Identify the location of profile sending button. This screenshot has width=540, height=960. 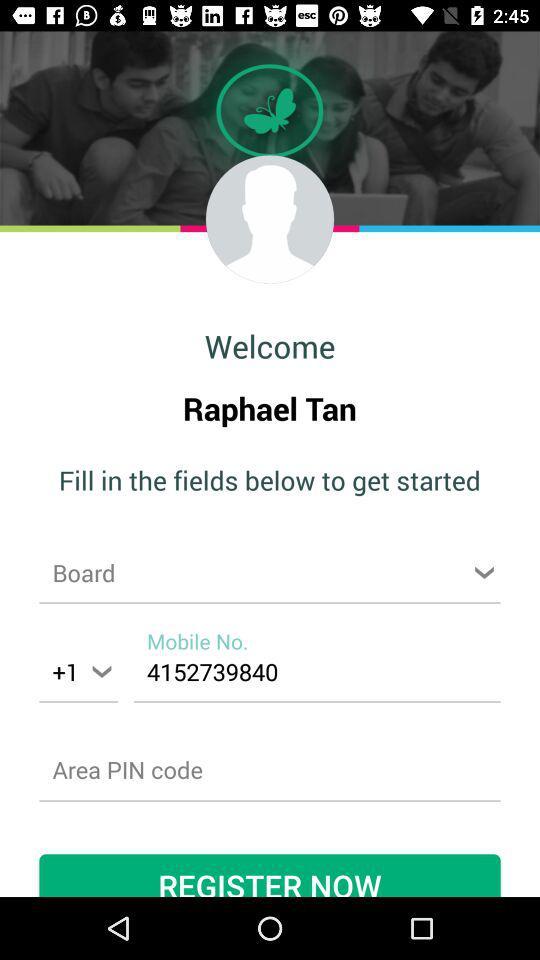
(270, 219).